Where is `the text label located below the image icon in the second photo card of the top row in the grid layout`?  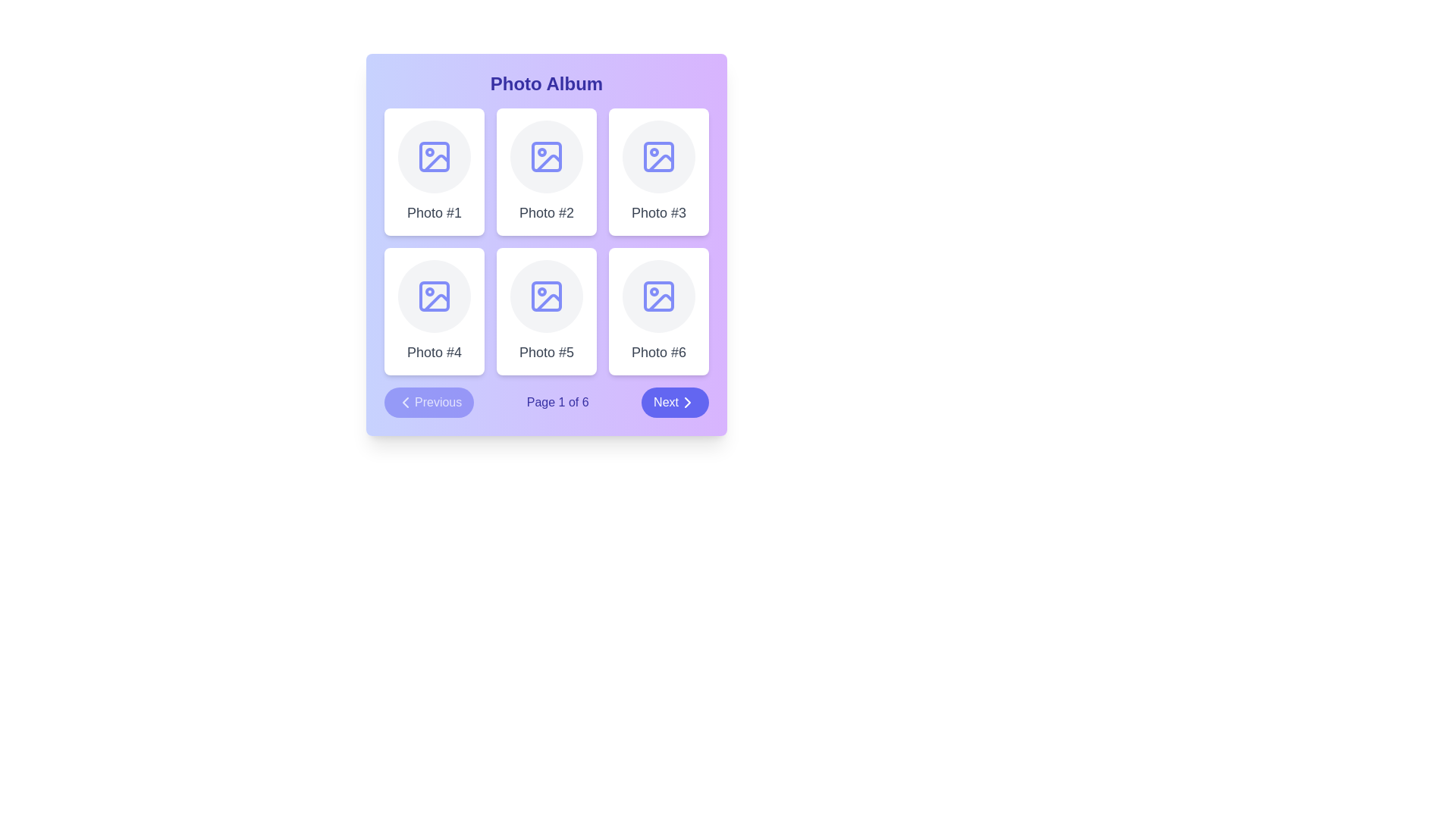 the text label located below the image icon in the second photo card of the top row in the grid layout is located at coordinates (546, 213).